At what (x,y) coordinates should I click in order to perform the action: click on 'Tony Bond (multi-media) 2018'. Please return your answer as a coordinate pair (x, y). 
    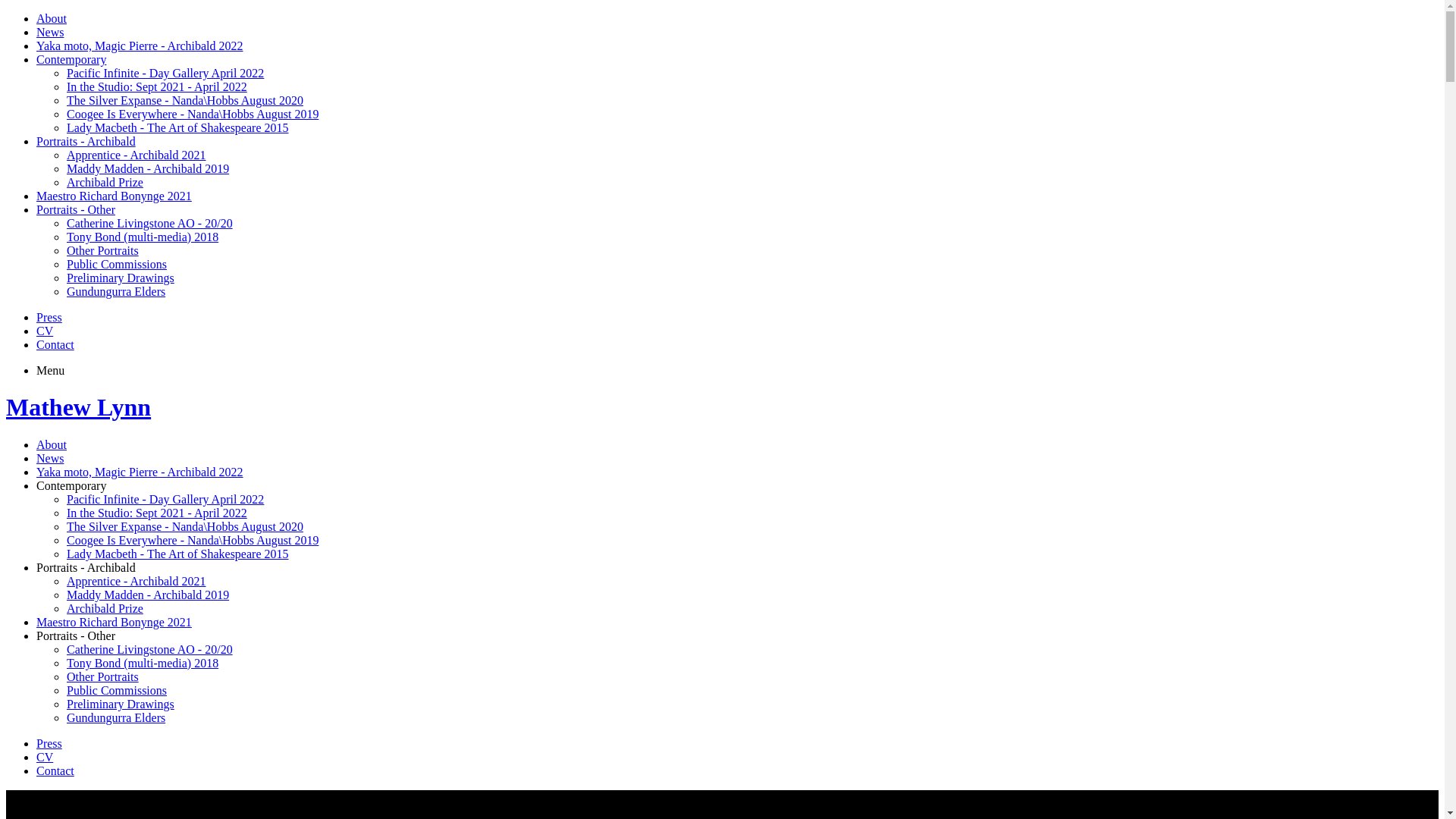
    Looking at the image, I should click on (65, 237).